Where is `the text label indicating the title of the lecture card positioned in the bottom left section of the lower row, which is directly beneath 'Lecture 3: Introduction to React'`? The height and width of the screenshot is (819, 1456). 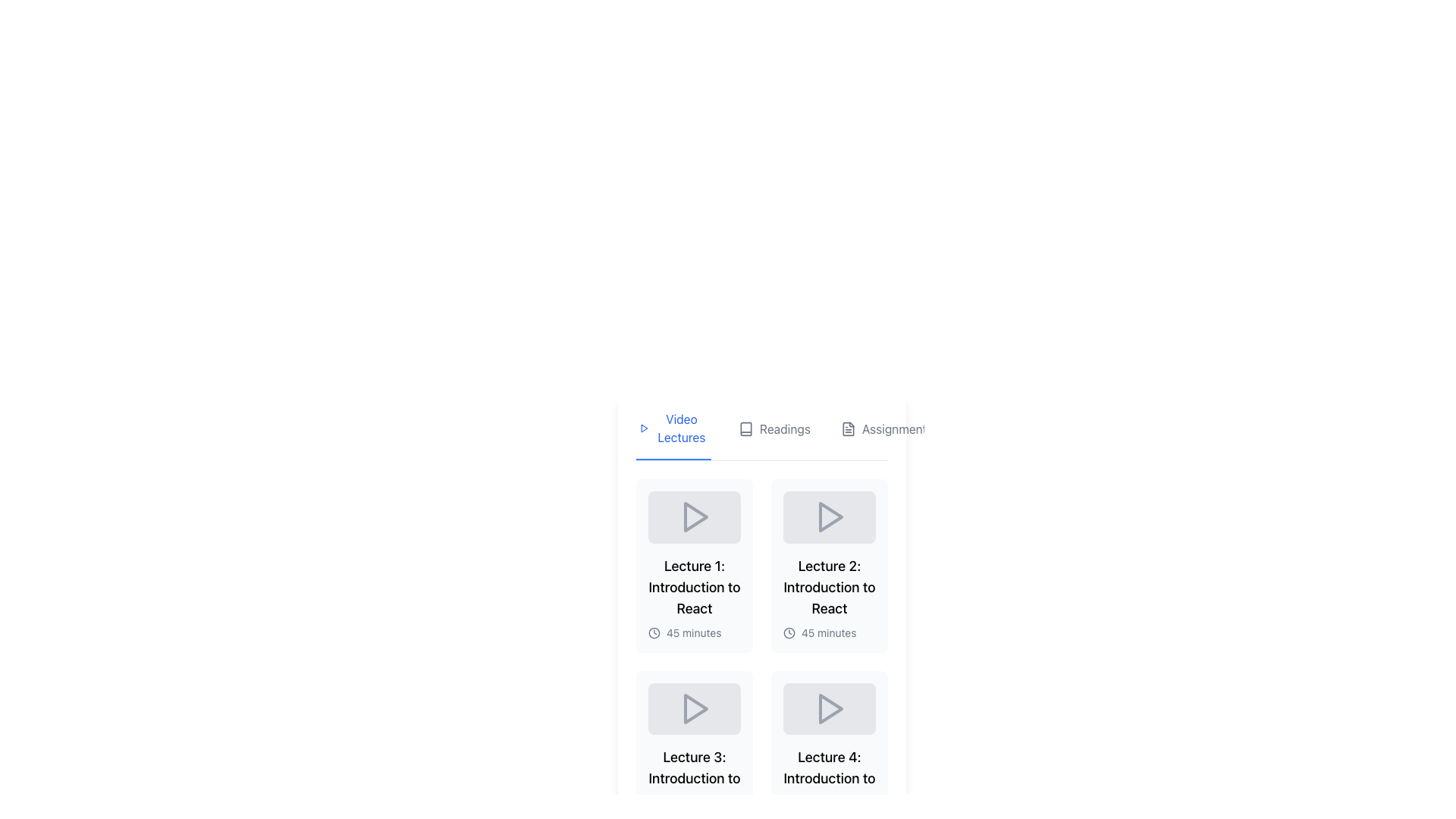
the text label indicating the title of the lecture card positioned in the bottom left section of the lower row, which is directly beneath 'Lecture 3: Introduction to React' is located at coordinates (829, 778).